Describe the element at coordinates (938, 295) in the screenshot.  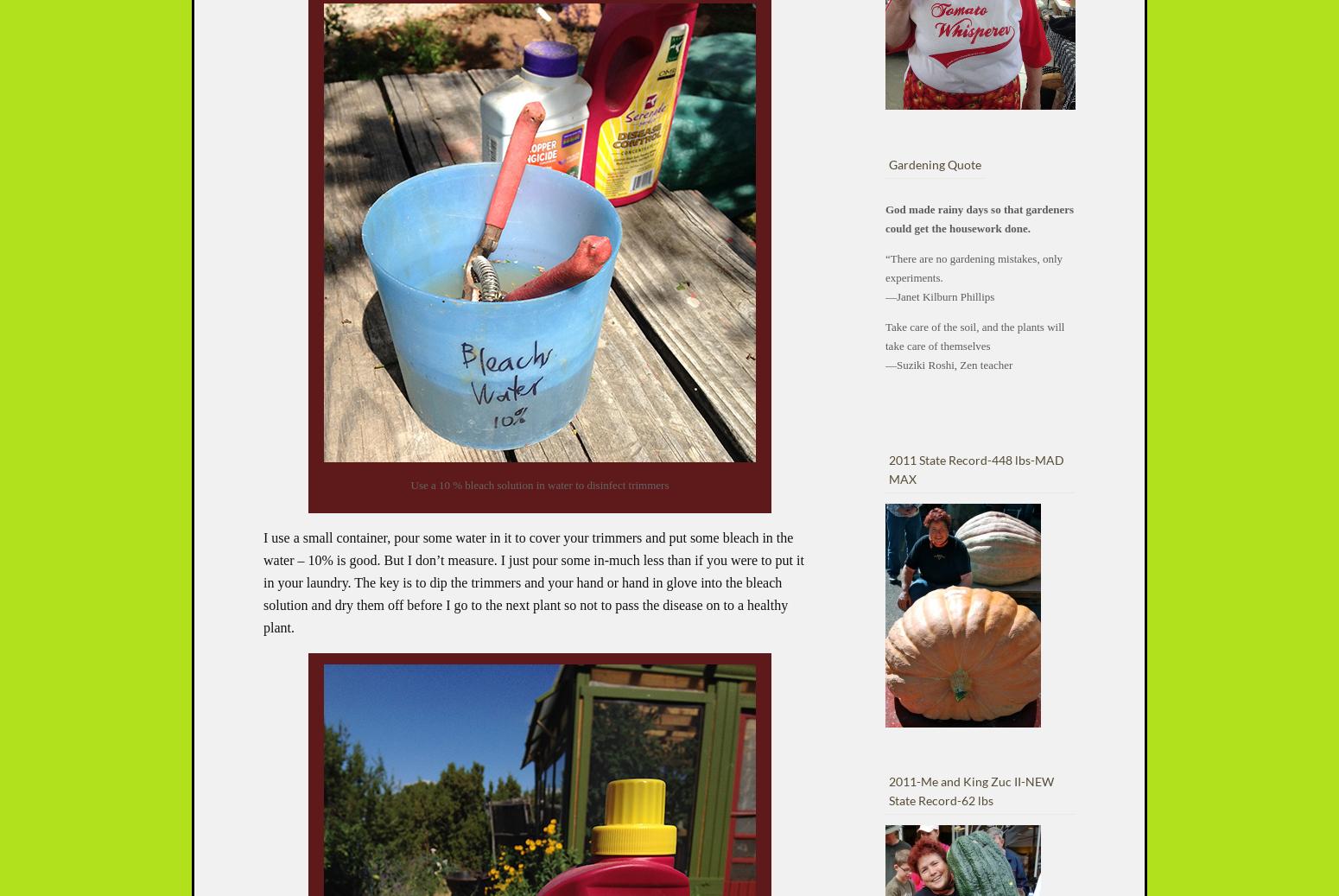
I see `'—Janet Kilburn Phillips'` at that location.